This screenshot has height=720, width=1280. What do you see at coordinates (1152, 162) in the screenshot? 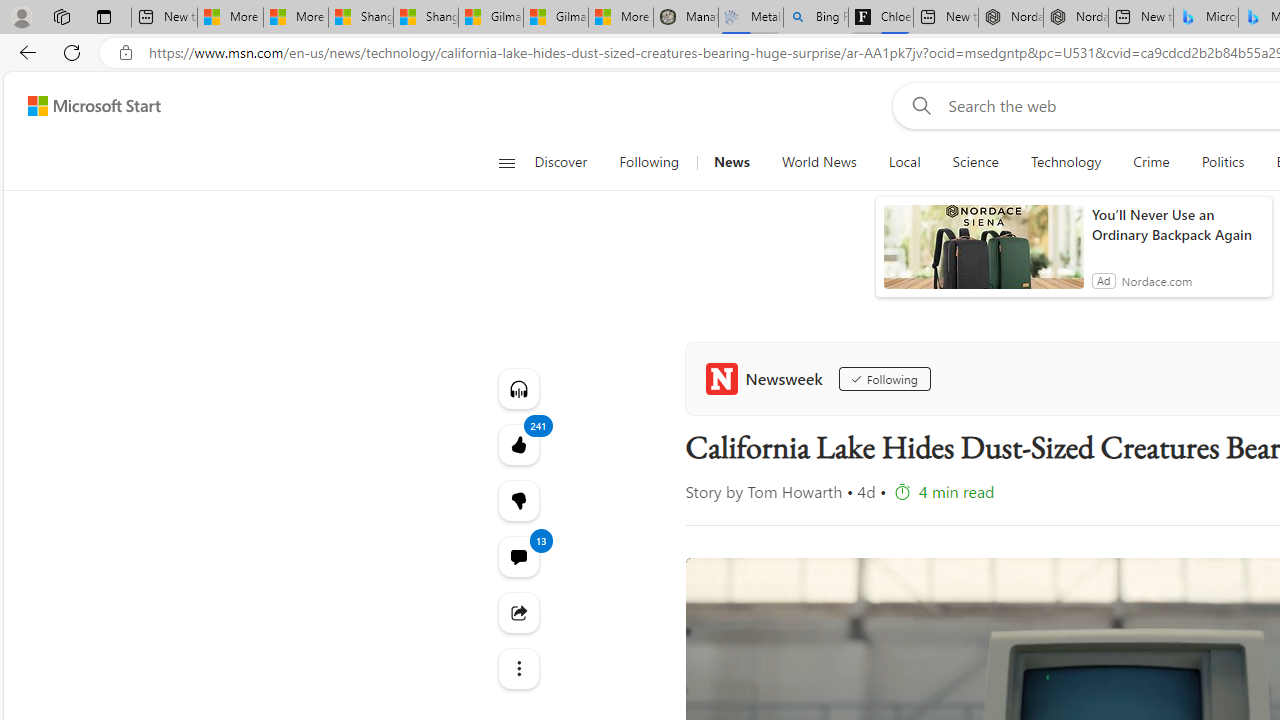
I see `'Crime'` at bounding box center [1152, 162].